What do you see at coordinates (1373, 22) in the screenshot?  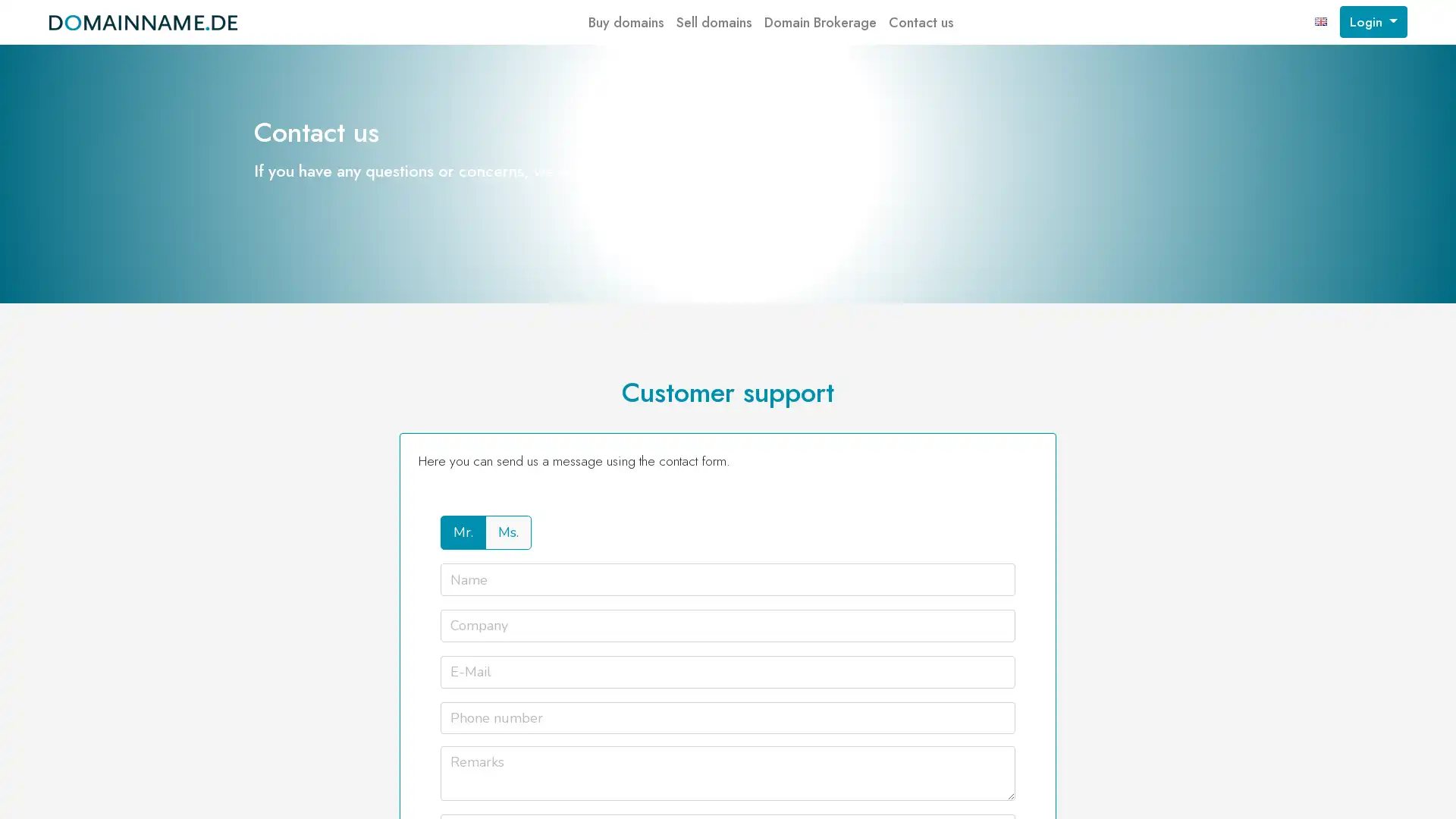 I see `Login` at bounding box center [1373, 22].